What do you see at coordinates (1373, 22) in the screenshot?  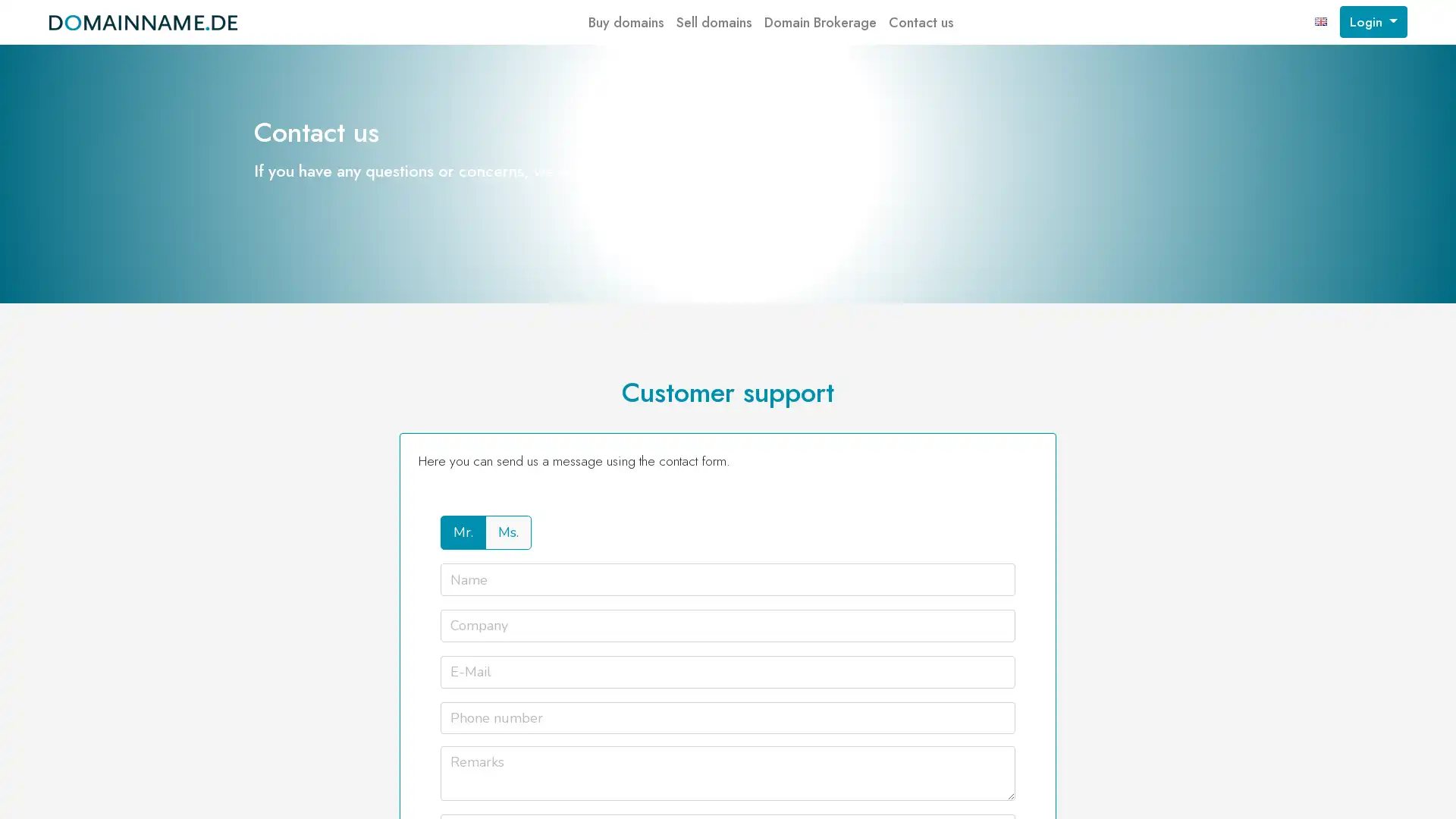 I see `Login` at bounding box center [1373, 22].